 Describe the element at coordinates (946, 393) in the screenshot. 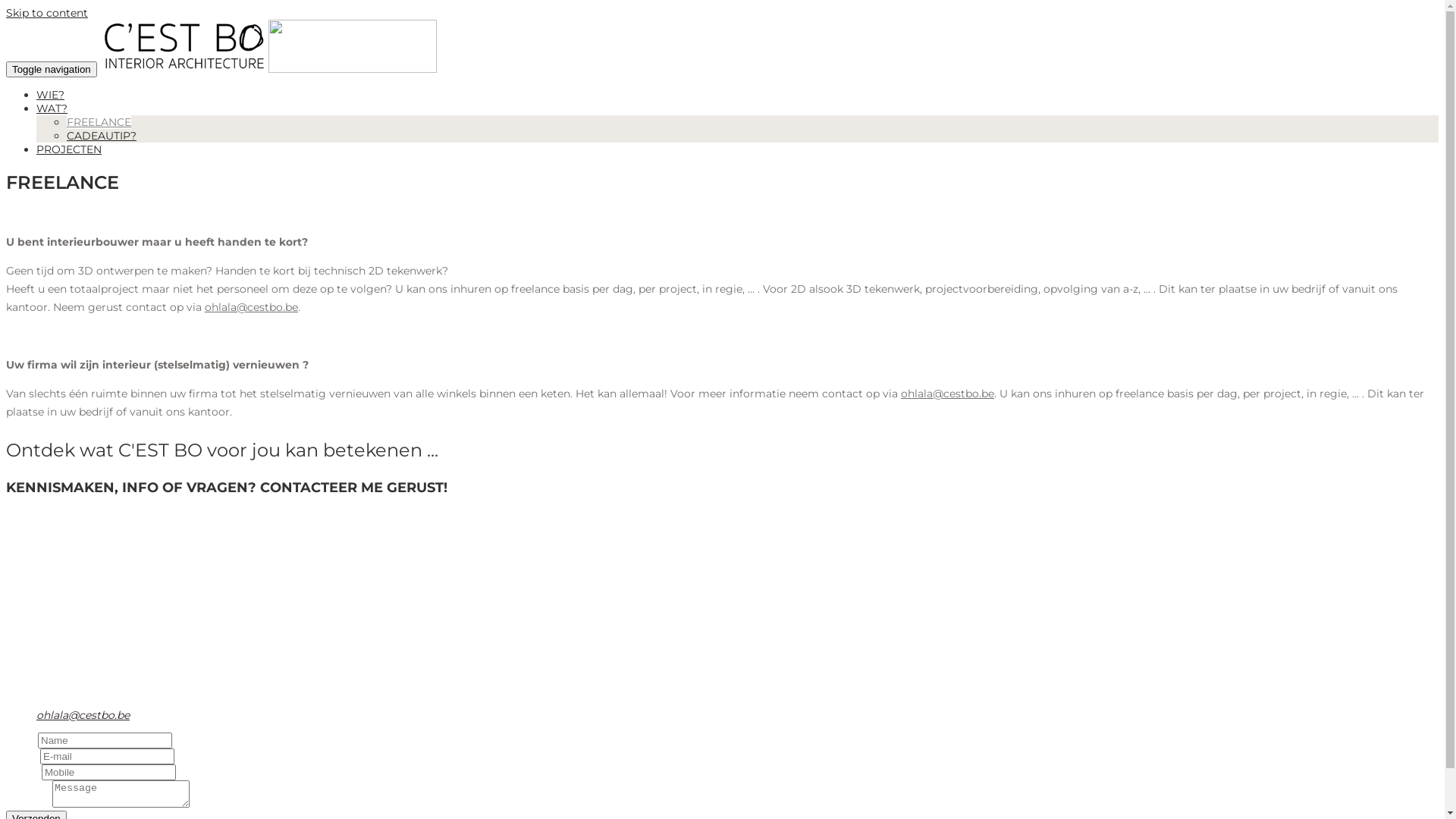

I see `'ohlala@cestbo.be'` at that location.